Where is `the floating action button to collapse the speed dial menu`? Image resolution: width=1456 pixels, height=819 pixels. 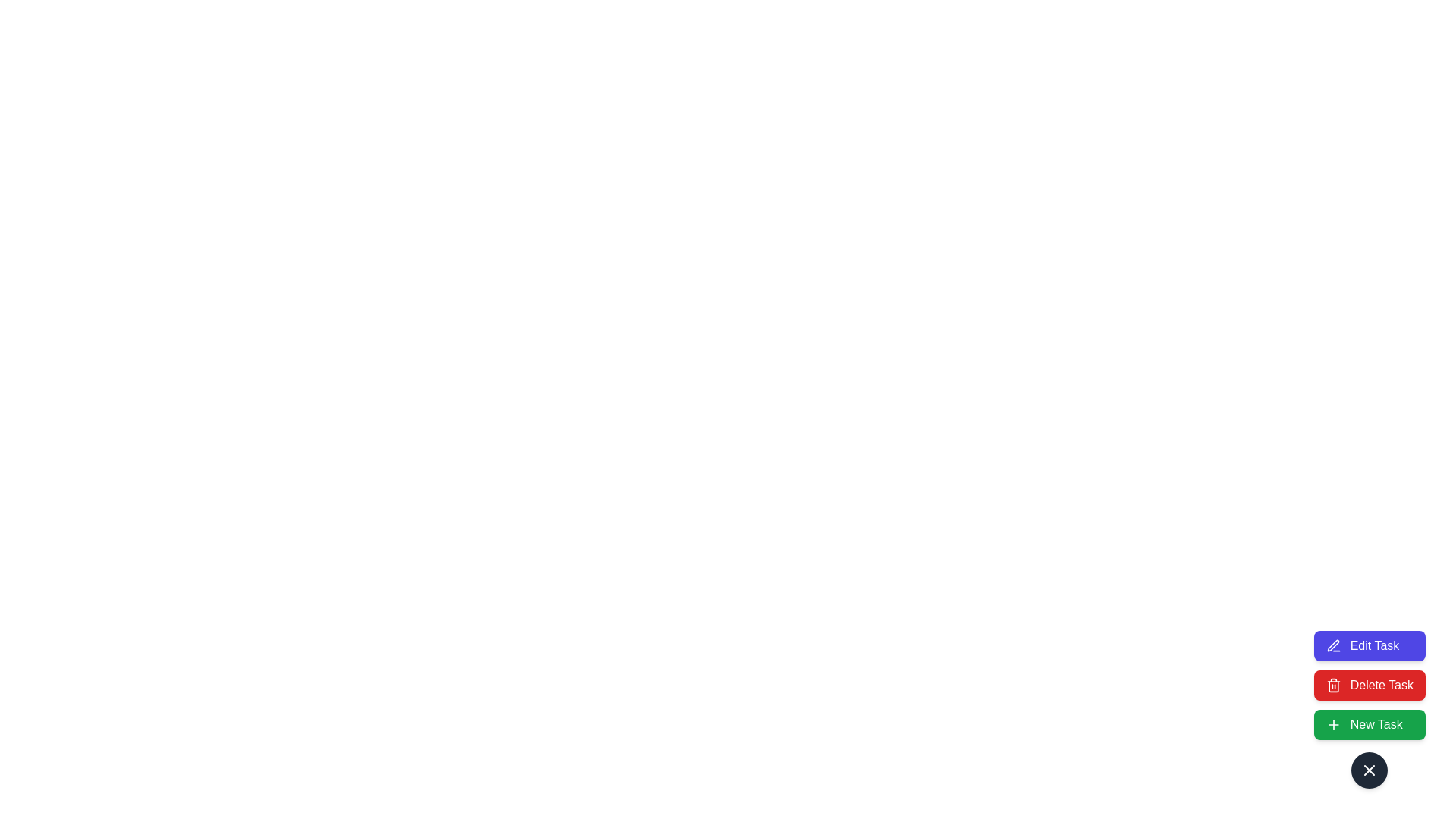
the floating action button to collapse the speed dial menu is located at coordinates (1369, 770).